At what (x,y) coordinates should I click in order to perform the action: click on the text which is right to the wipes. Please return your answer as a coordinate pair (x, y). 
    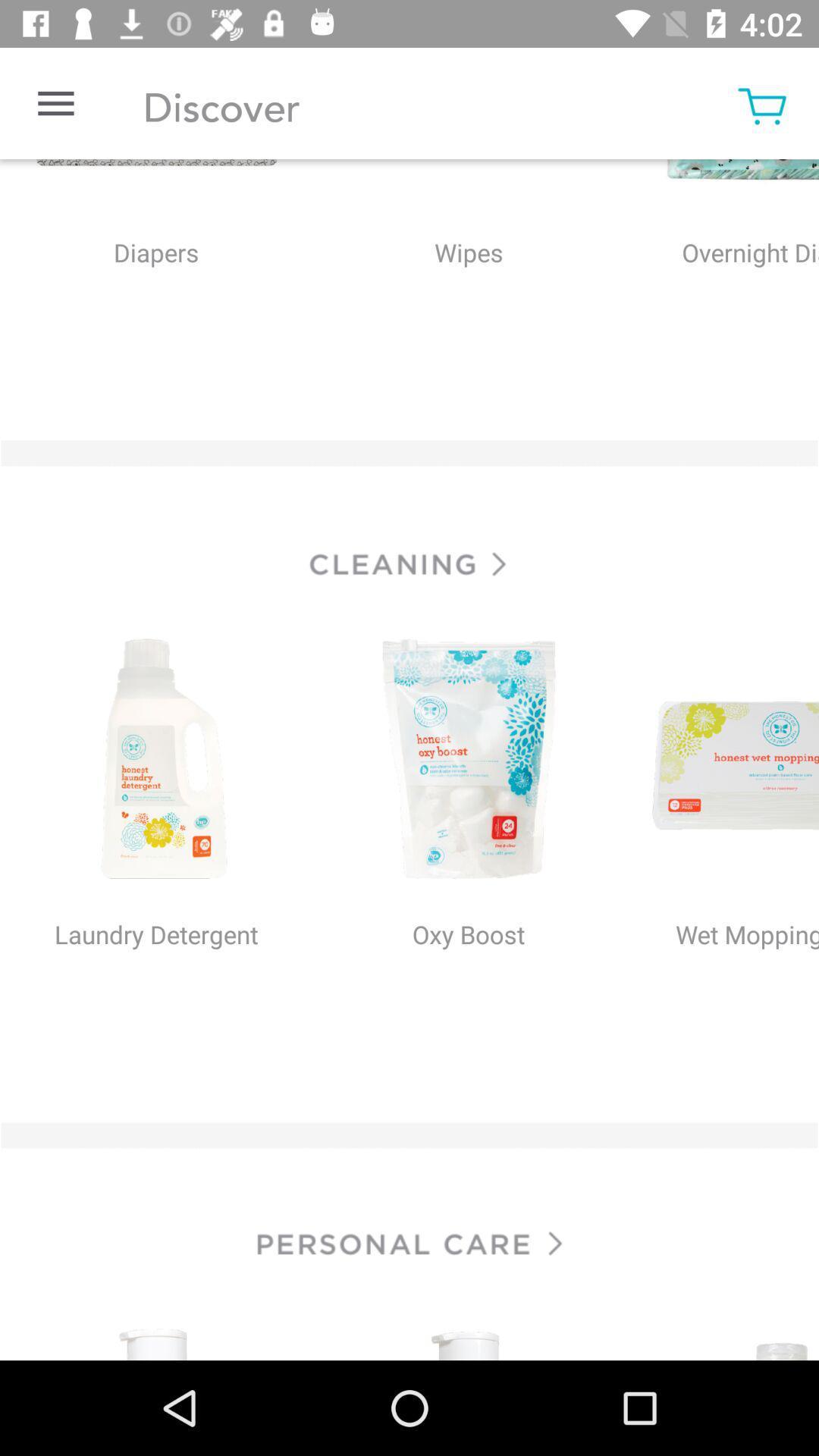
    Looking at the image, I should click on (726, 284).